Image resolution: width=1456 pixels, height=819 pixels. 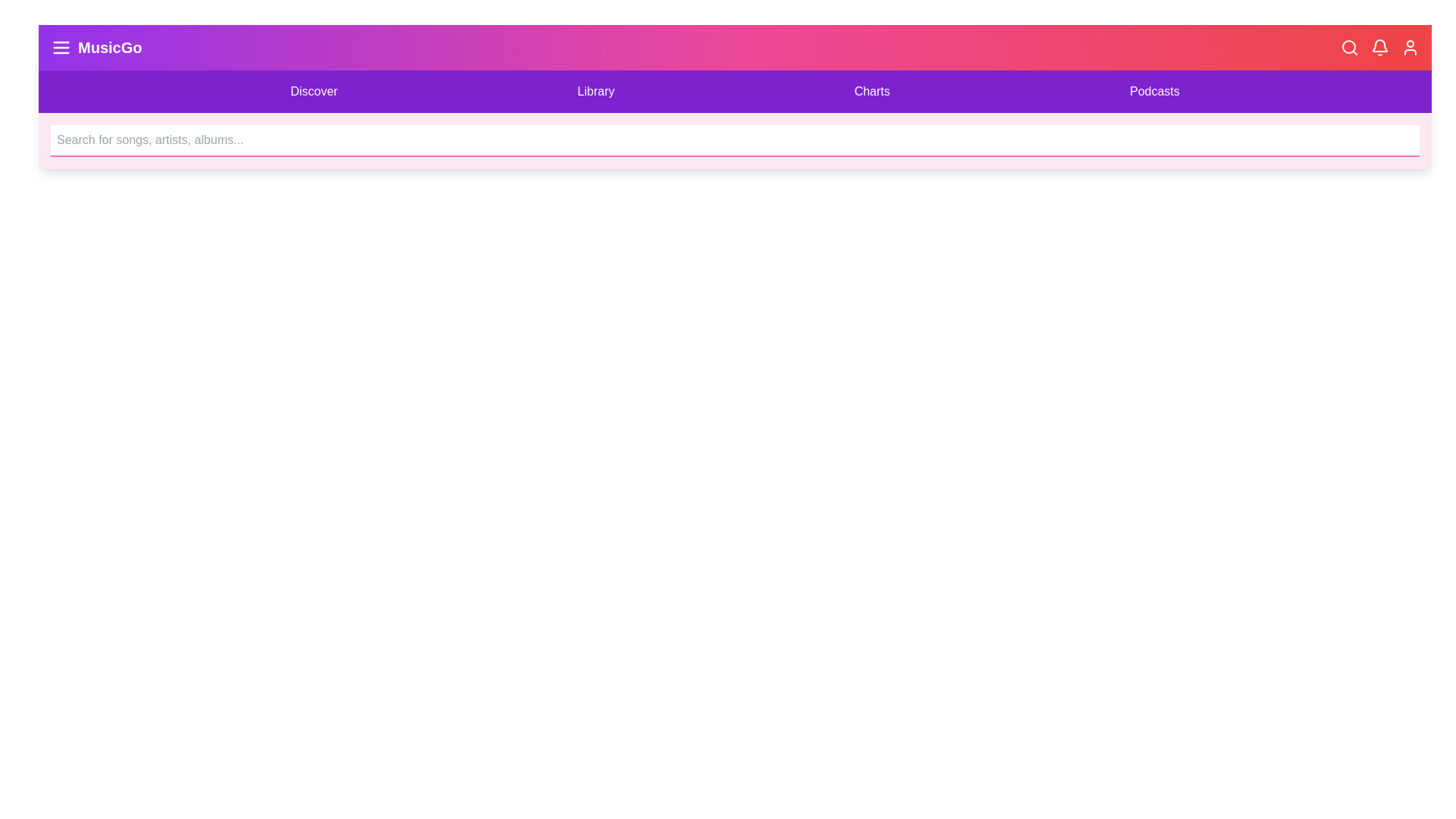 What do you see at coordinates (312, 91) in the screenshot?
I see `the 'Discover' menu item to navigate to the respective section` at bounding box center [312, 91].